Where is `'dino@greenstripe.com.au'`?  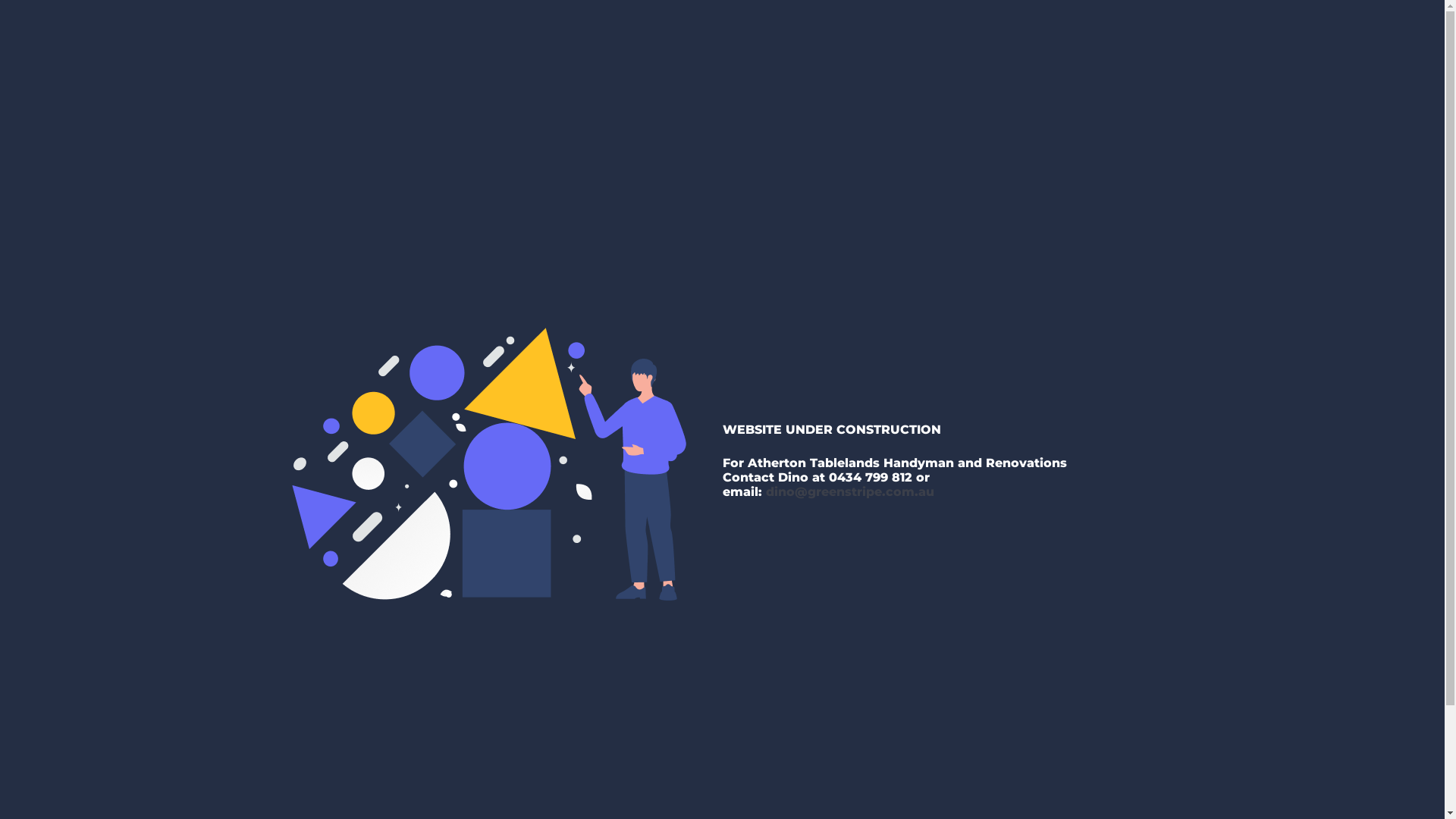
'dino@greenstripe.com.au' is located at coordinates (850, 491).